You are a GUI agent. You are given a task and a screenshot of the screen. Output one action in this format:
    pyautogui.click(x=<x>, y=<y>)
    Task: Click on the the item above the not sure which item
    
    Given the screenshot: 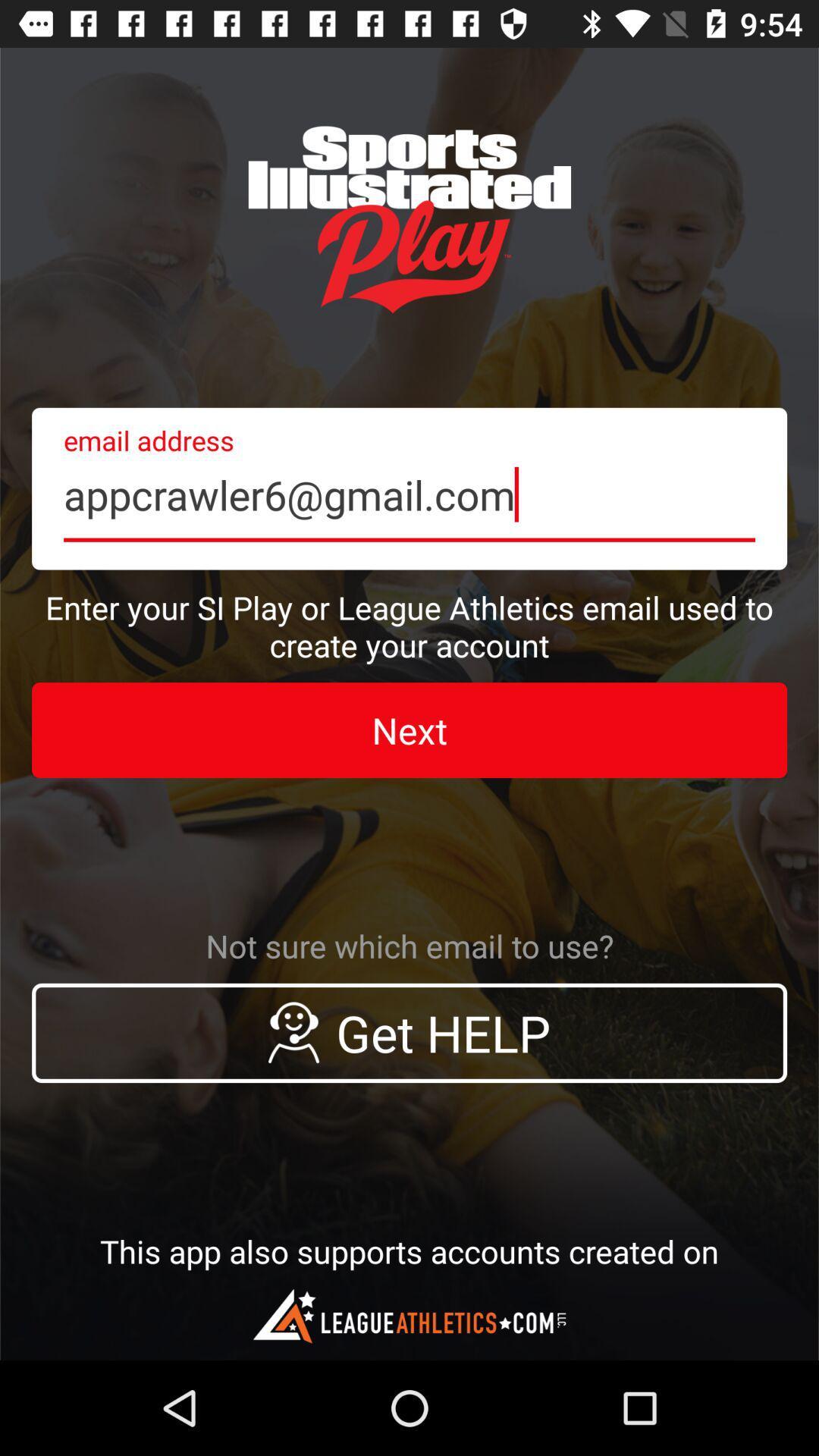 What is the action you would take?
    pyautogui.click(x=409, y=730)
    